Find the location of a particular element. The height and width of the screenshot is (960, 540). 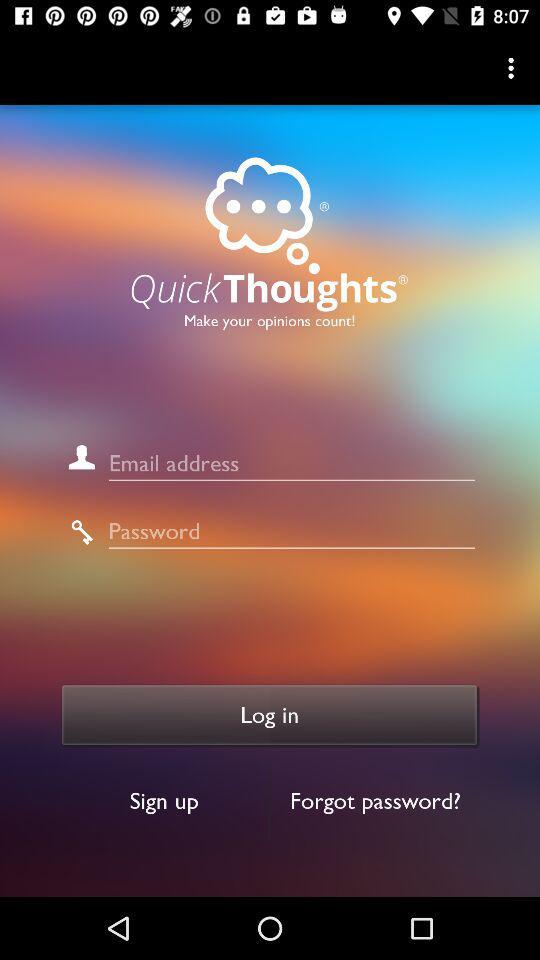

field to input password is located at coordinates (290, 530).